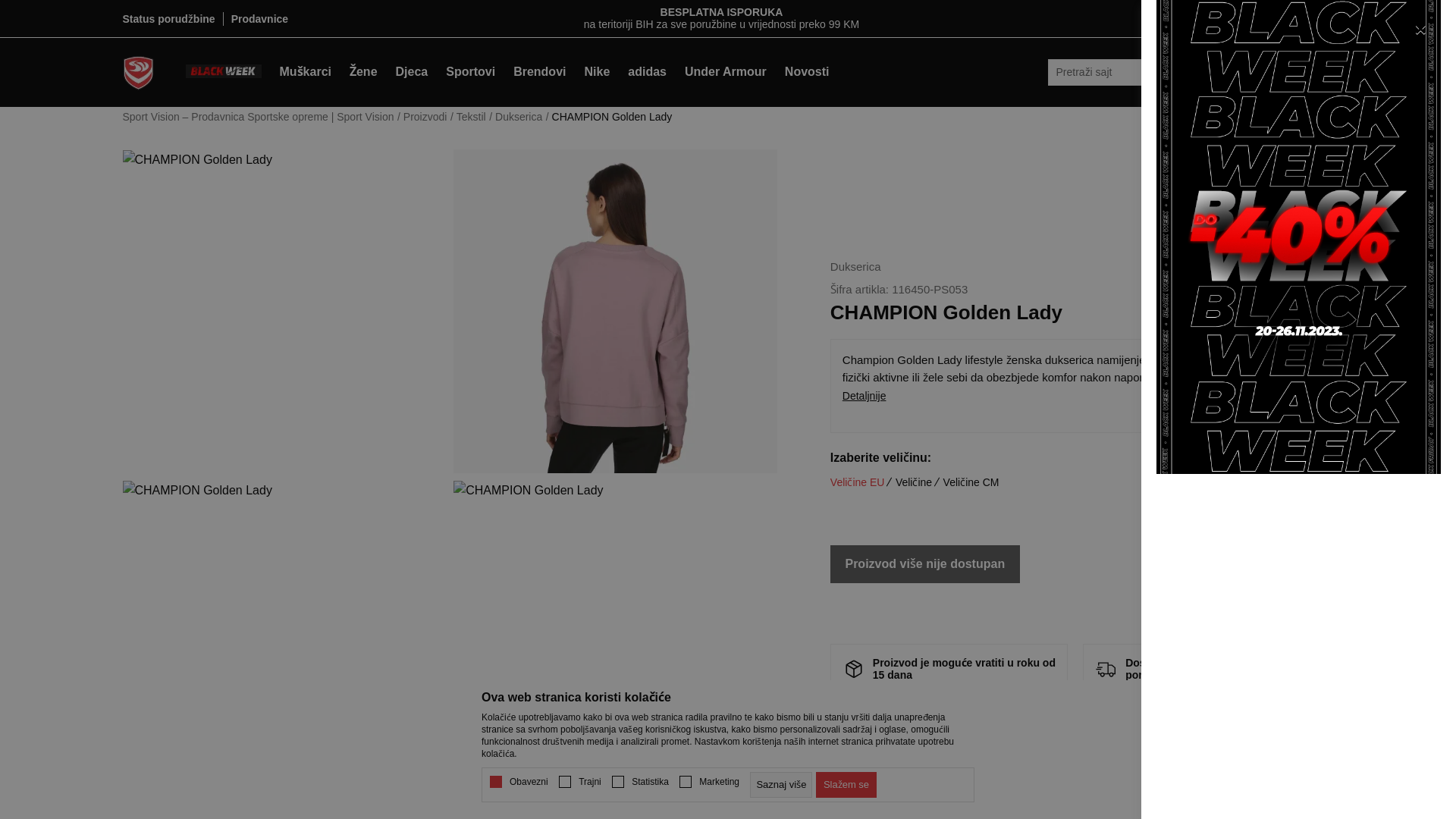  What do you see at coordinates (259, 18) in the screenshot?
I see `'Prodavnice'` at bounding box center [259, 18].